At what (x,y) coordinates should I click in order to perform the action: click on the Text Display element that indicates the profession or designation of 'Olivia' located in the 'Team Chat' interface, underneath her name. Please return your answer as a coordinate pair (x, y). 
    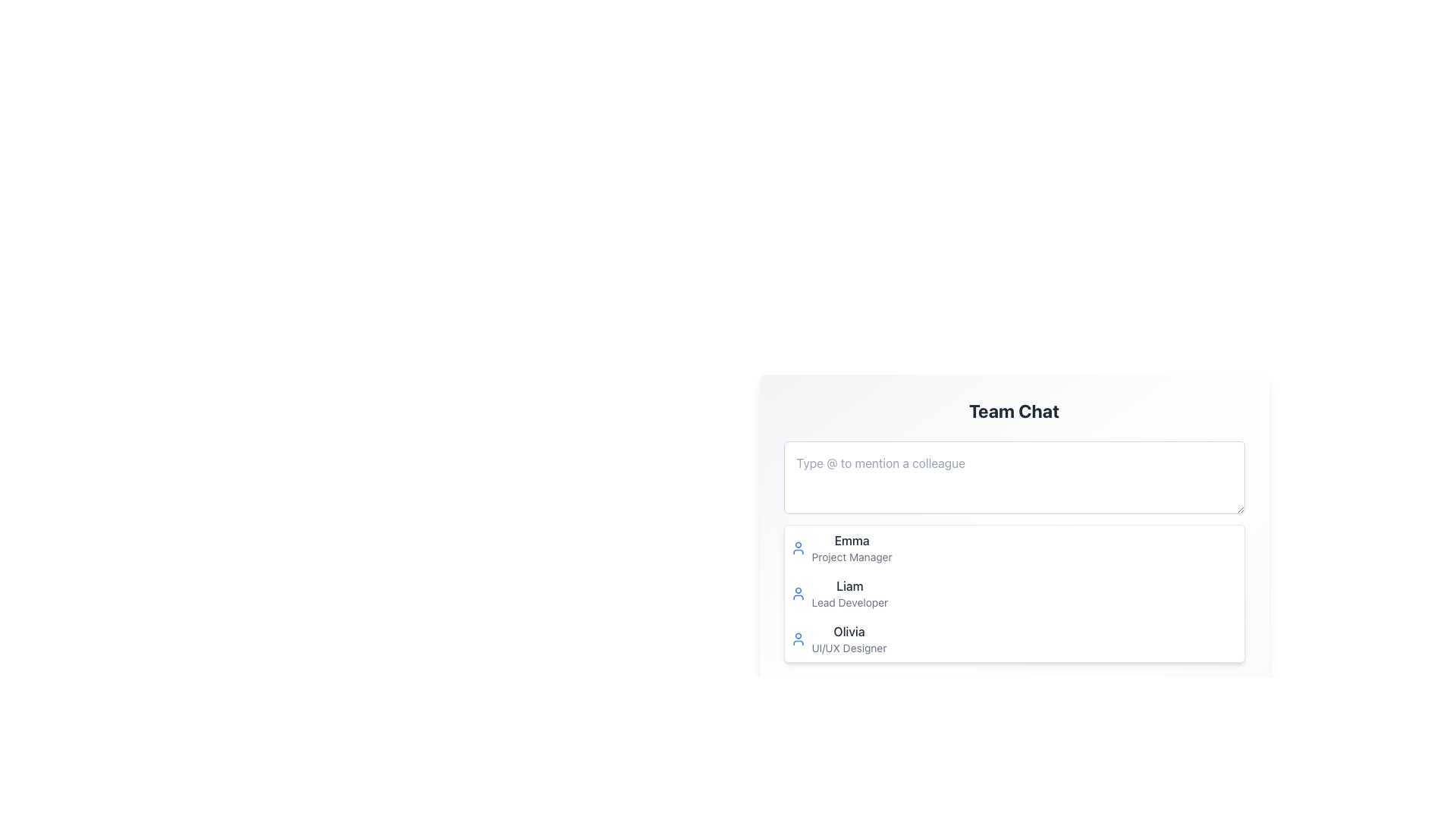
    Looking at the image, I should click on (848, 648).